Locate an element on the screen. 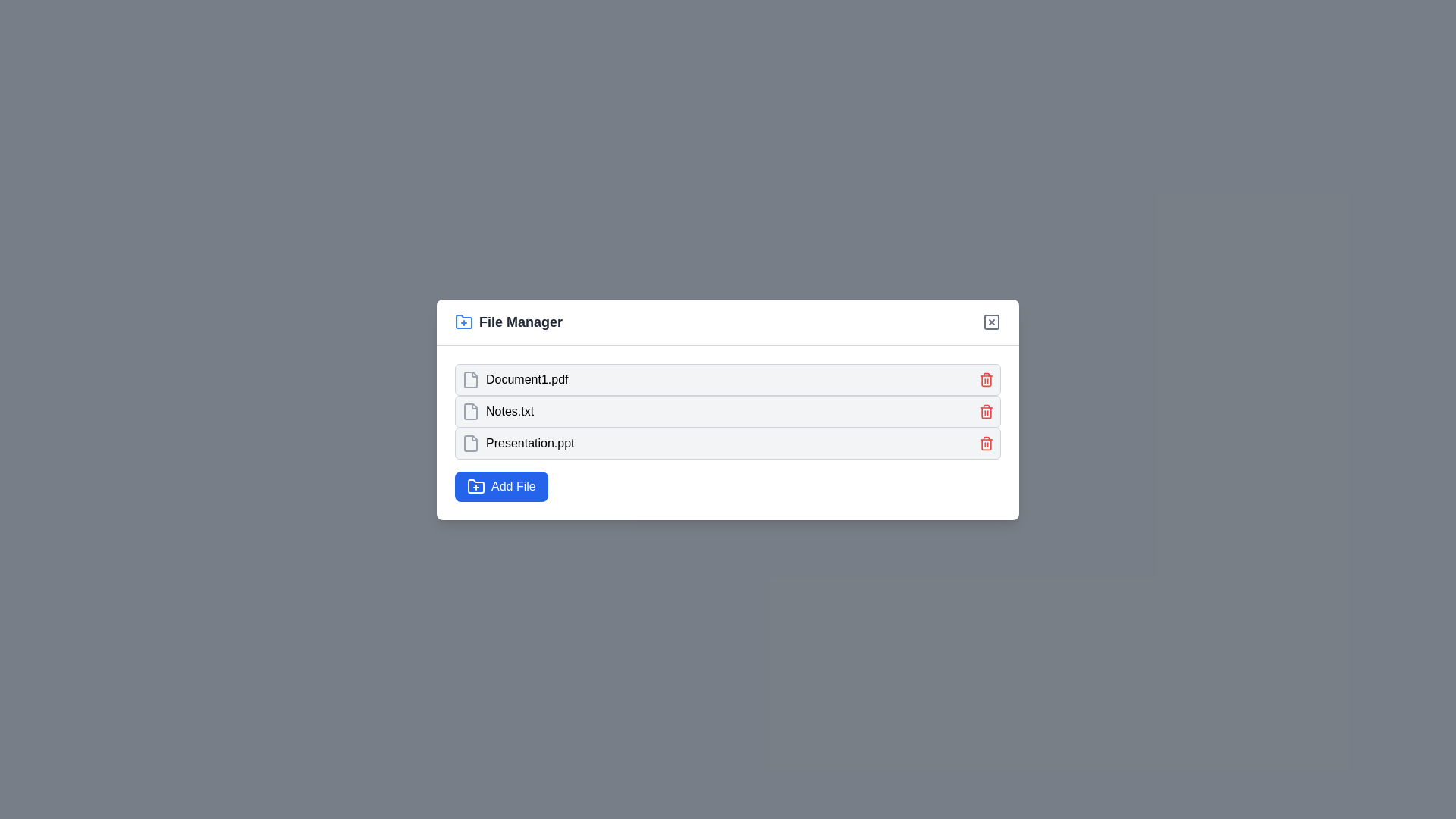  the small, gray rounded rectangle in the top-right corner of the 'File Manager' modal, which functions as part of the close button is located at coordinates (992, 321).